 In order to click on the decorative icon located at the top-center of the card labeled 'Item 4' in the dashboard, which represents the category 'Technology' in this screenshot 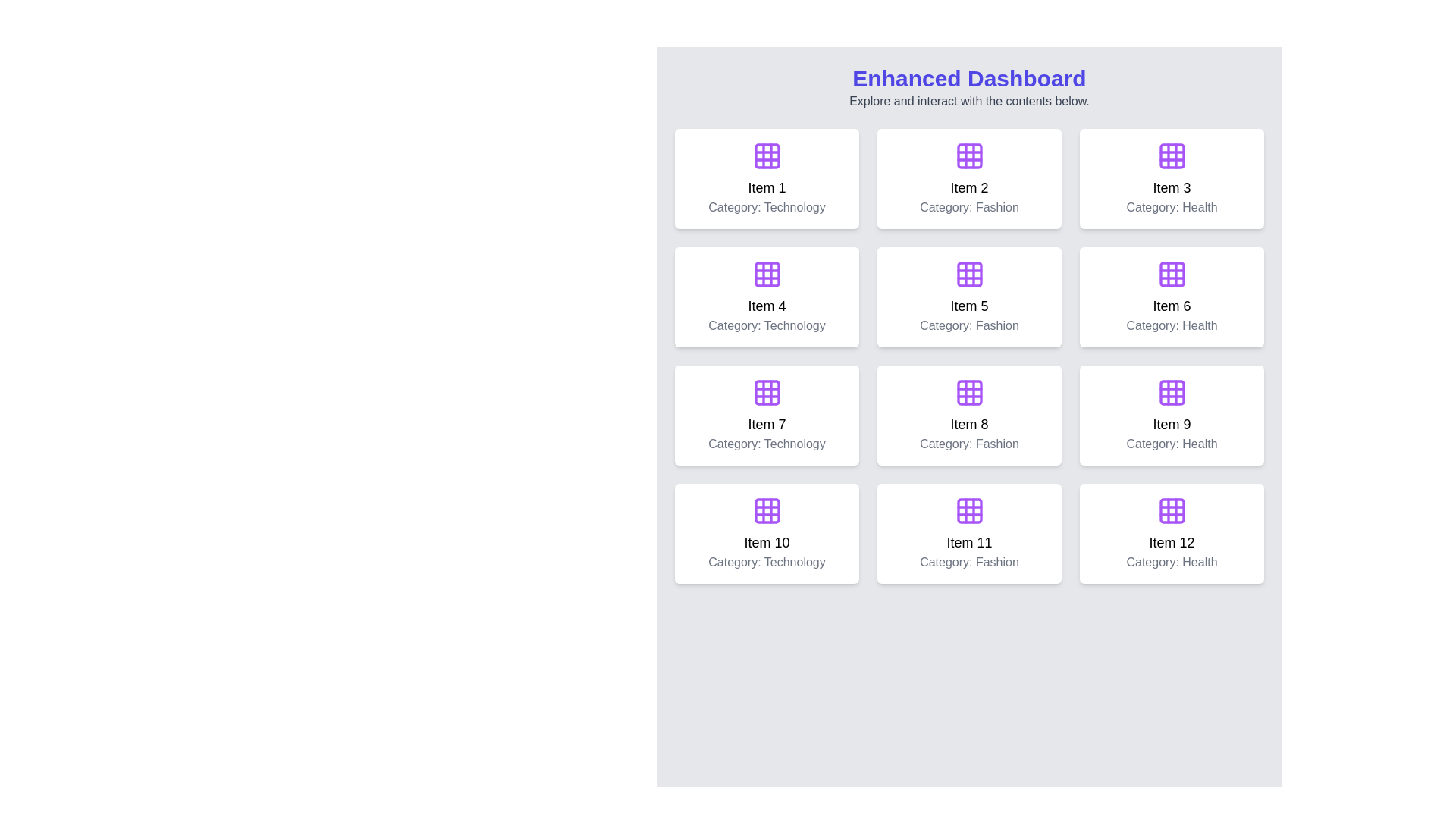, I will do `click(767, 275)`.